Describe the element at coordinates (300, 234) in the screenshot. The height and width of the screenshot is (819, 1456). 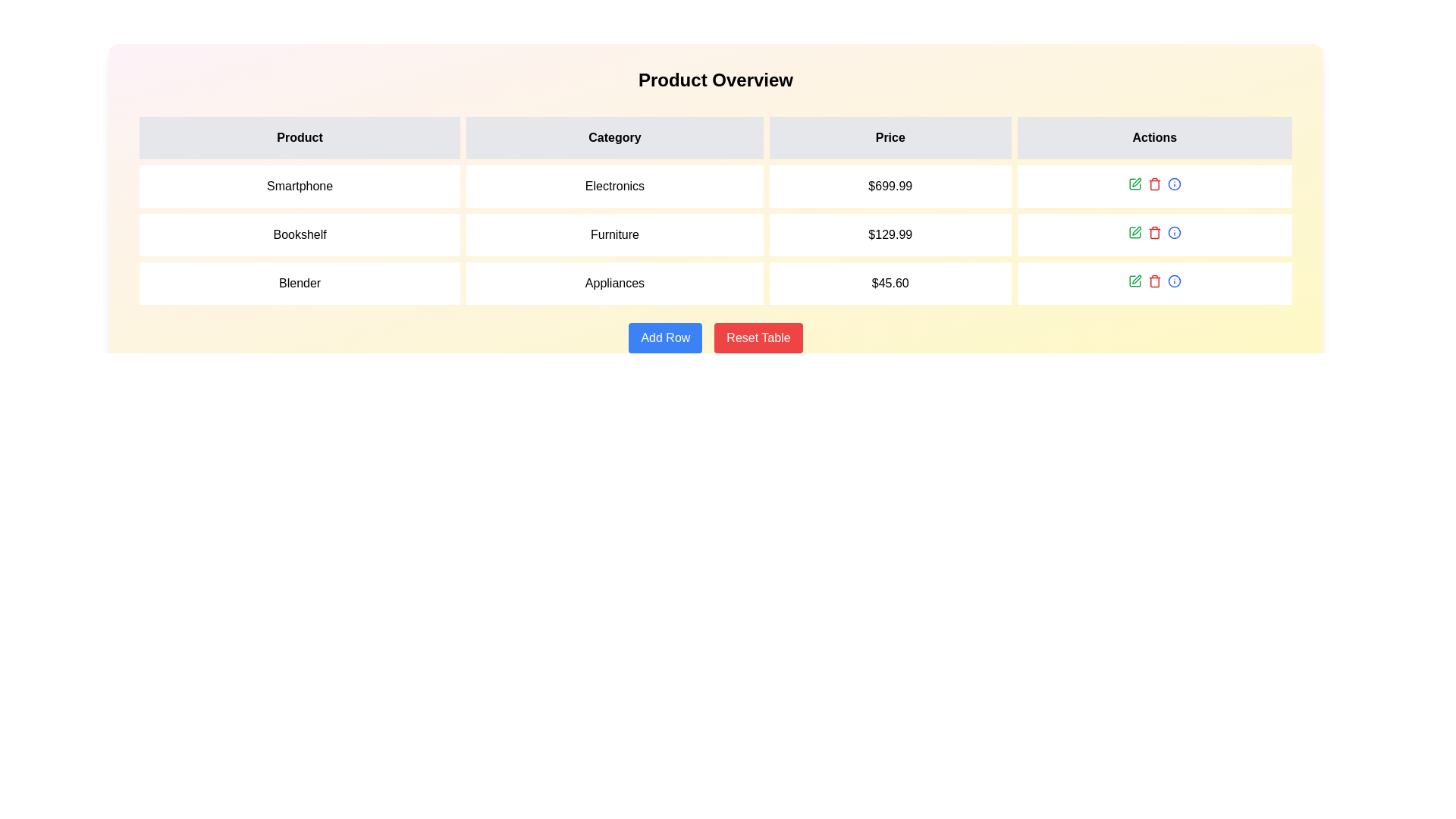
I see `the Text Label indicating the product name in the second row of the table under the 'Product' column` at that location.